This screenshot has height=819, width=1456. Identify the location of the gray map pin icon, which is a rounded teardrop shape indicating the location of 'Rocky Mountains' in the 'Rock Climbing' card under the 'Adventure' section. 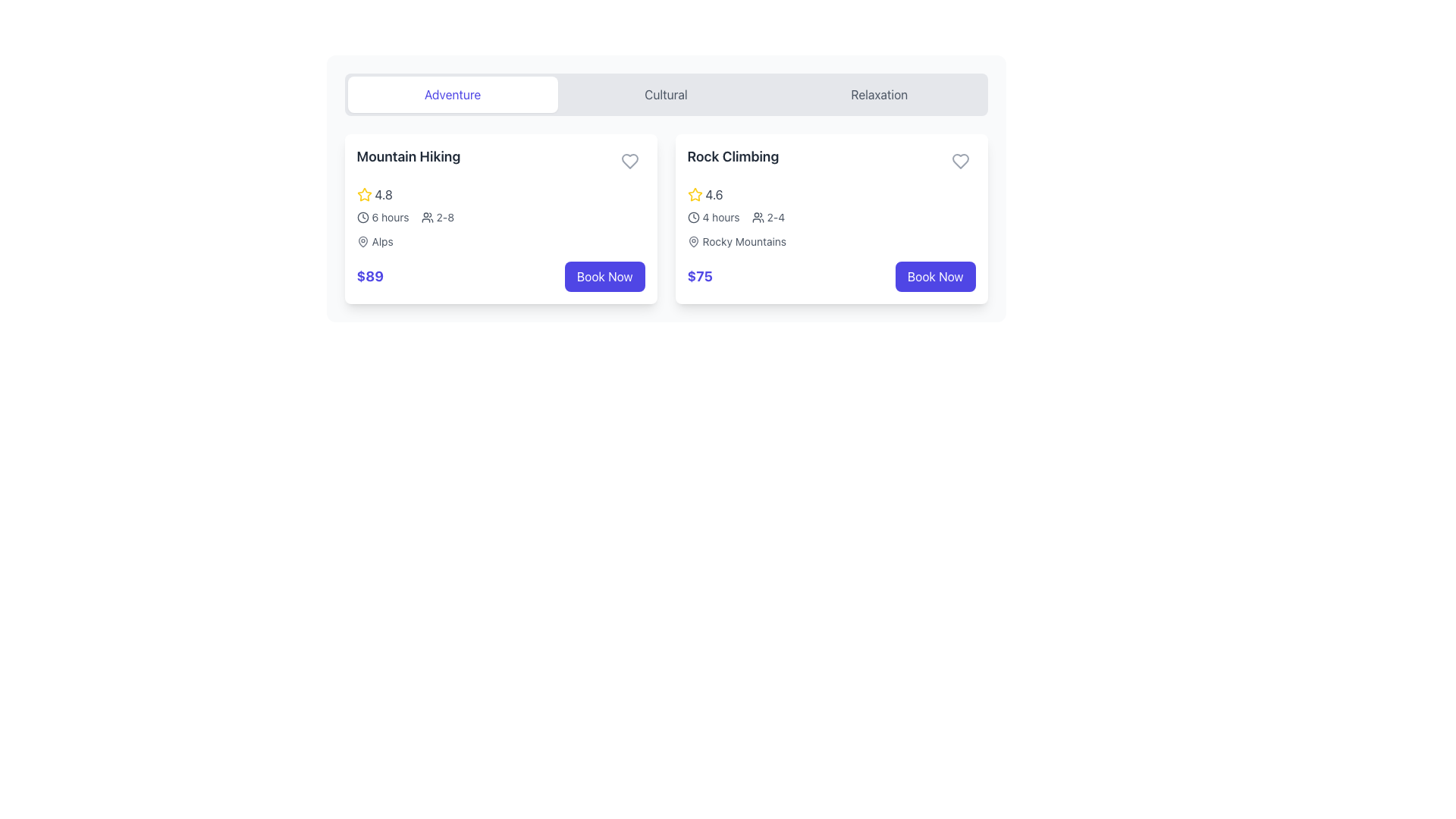
(692, 241).